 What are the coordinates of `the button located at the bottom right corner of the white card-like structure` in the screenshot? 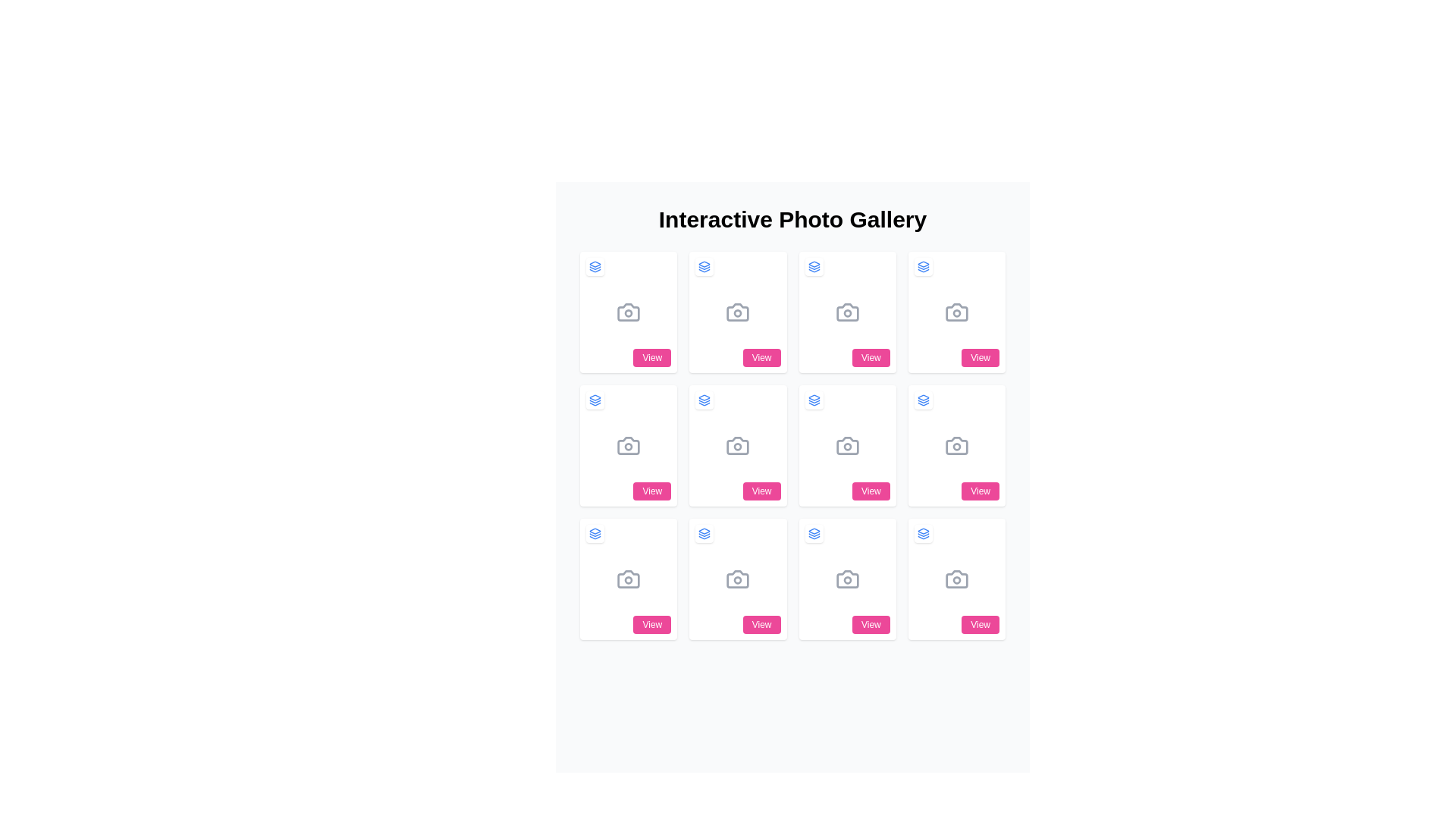 It's located at (652, 357).